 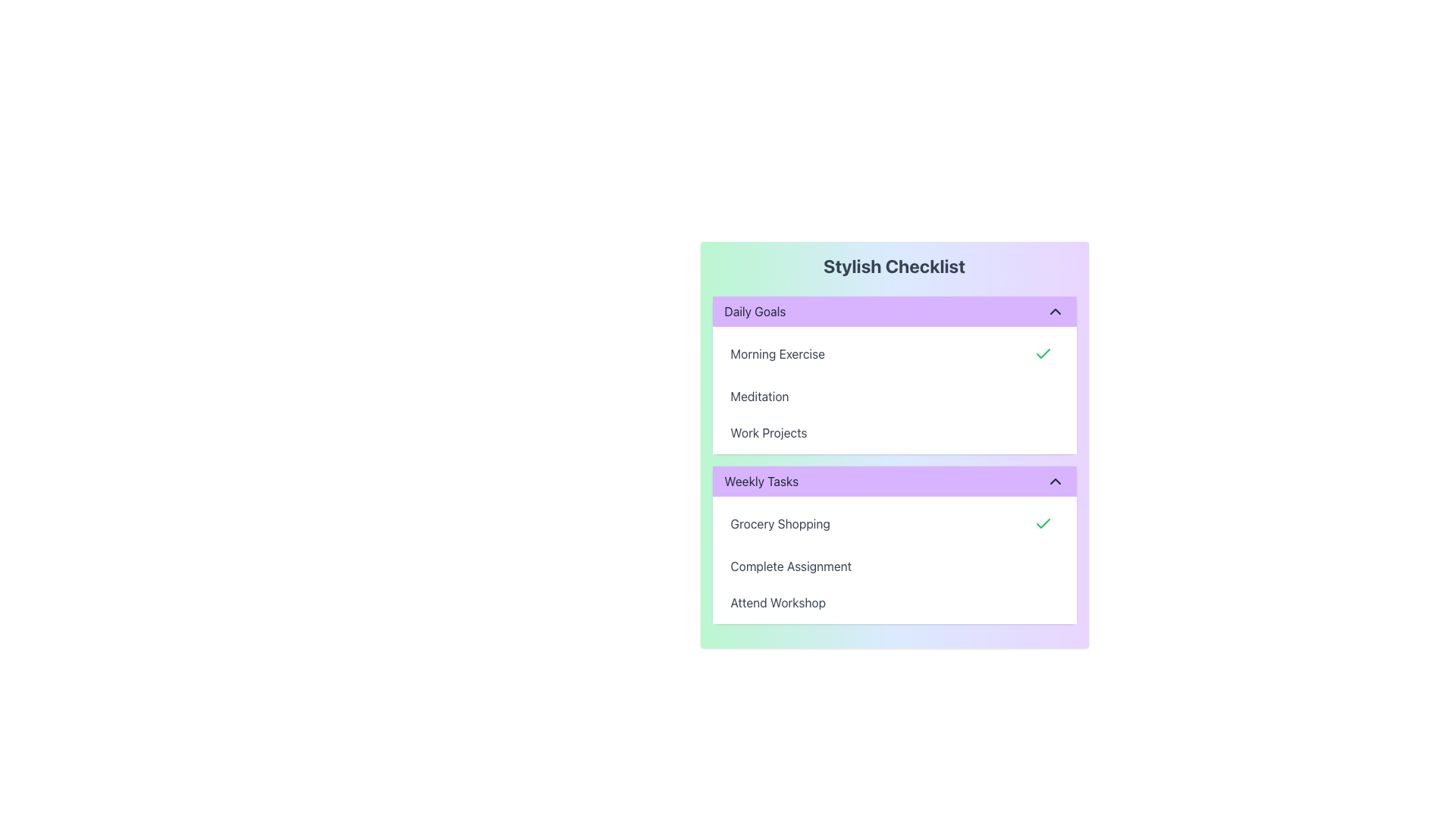 I want to click on the text label displaying 'Attend Workshop' in the 'Weekly Tasks' section of the 'Stylish Checklist' interface, so click(x=778, y=601).